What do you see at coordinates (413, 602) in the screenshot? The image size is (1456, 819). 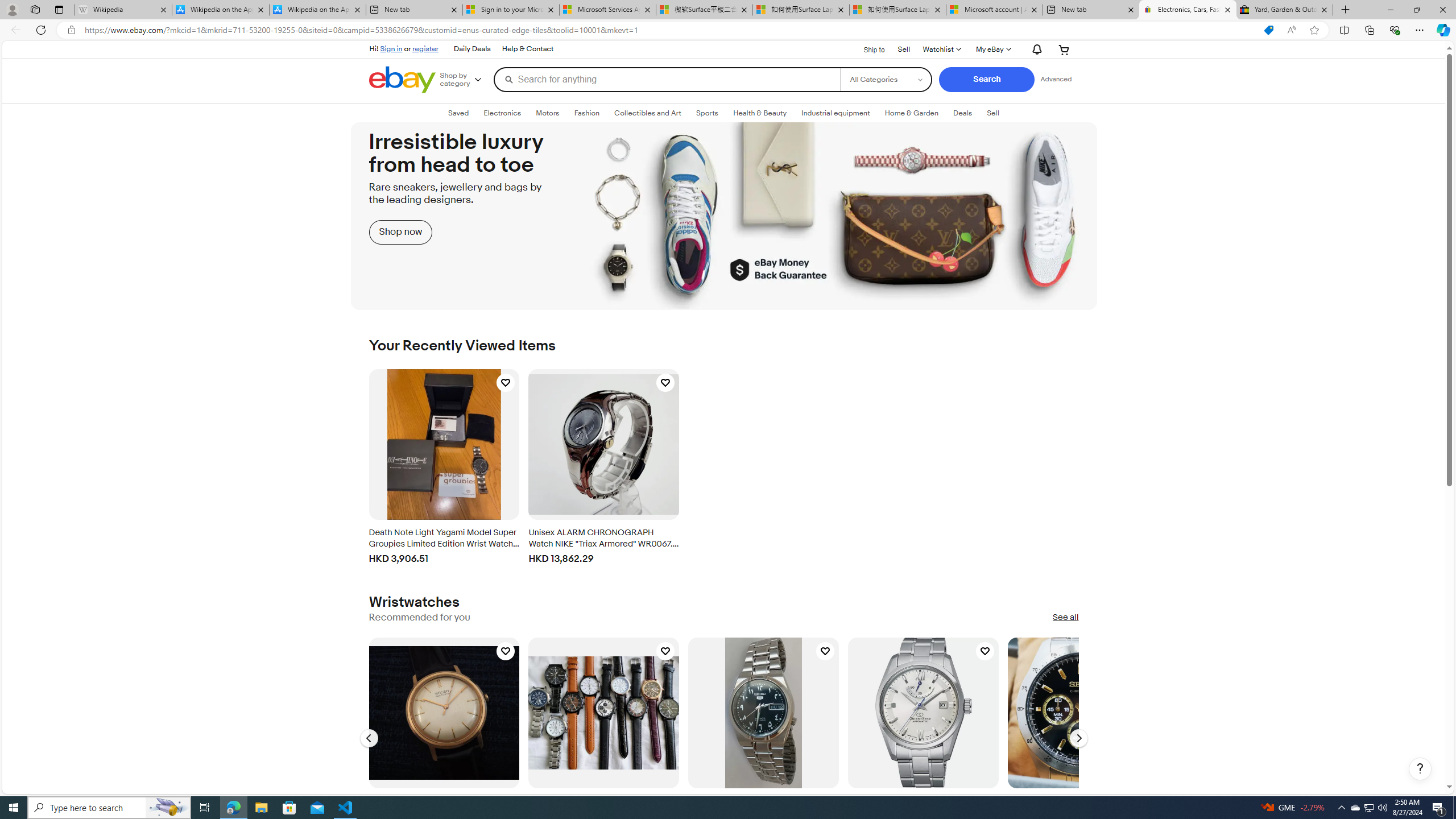 I see `'Wristwatches'` at bounding box center [413, 602].